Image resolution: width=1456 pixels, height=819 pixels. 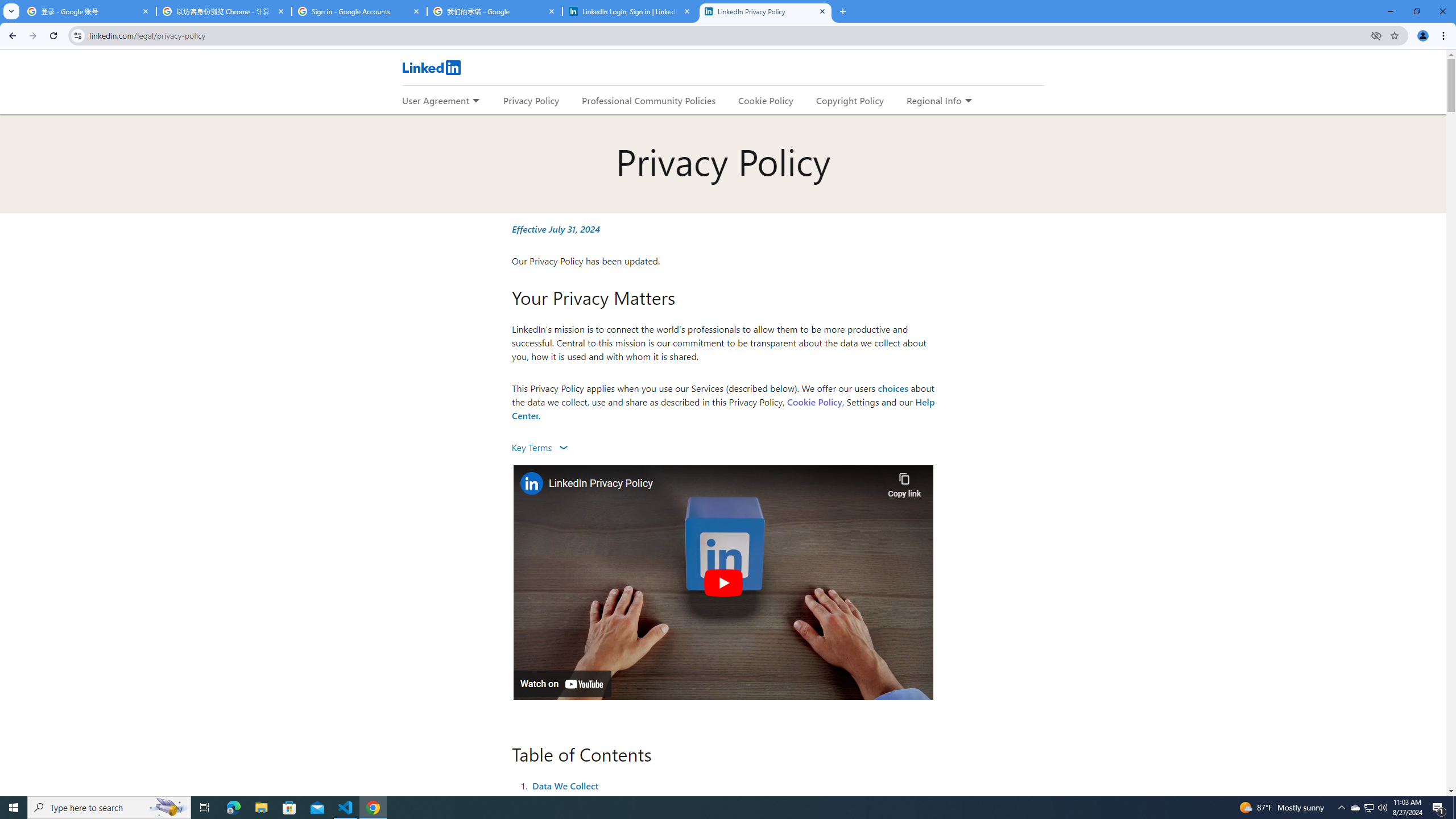 I want to click on 'Regional Info', so click(x=934, y=100).